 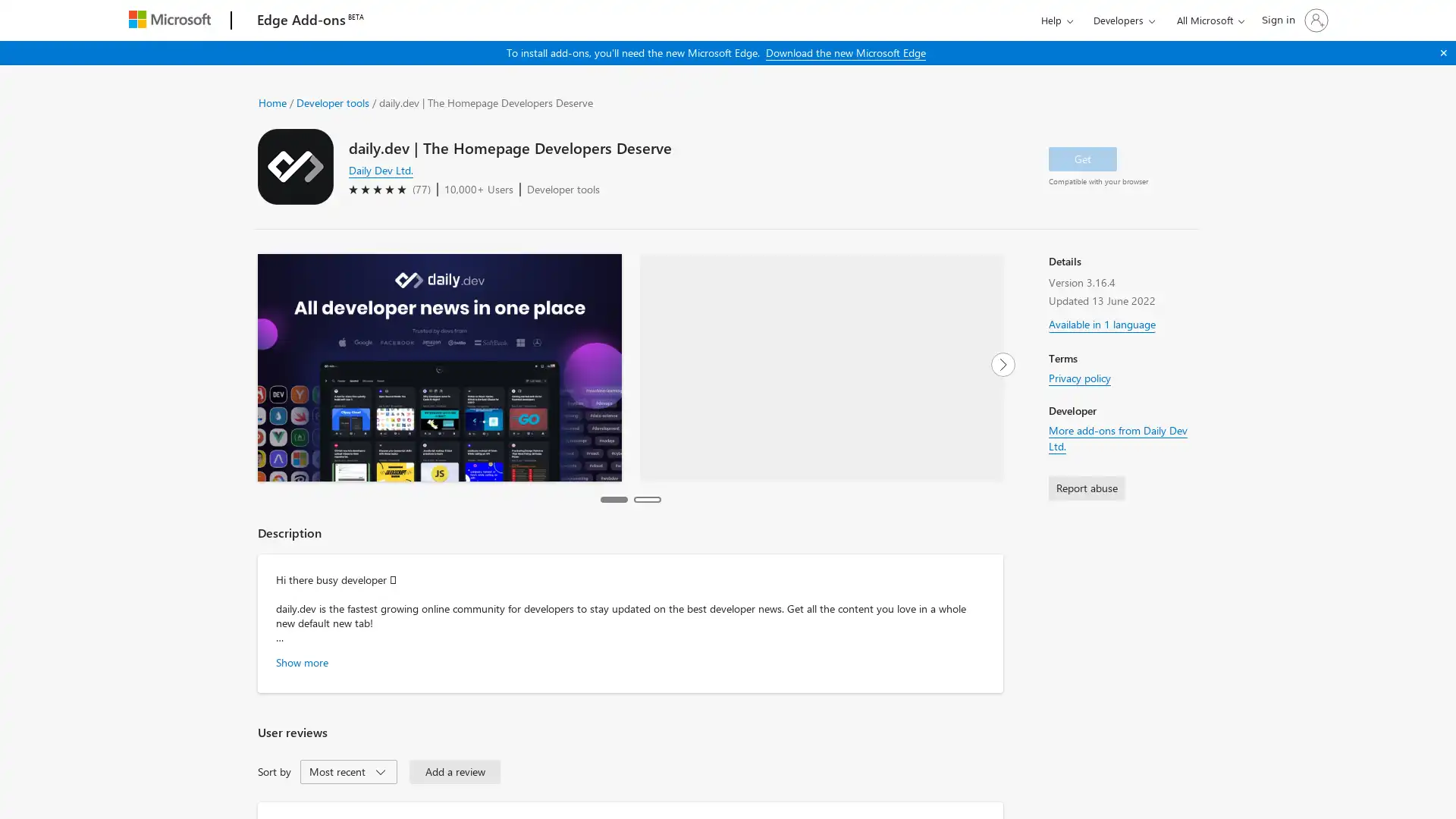 What do you see at coordinates (1056, 20) in the screenshot?
I see `Help` at bounding box center [1056, 20].